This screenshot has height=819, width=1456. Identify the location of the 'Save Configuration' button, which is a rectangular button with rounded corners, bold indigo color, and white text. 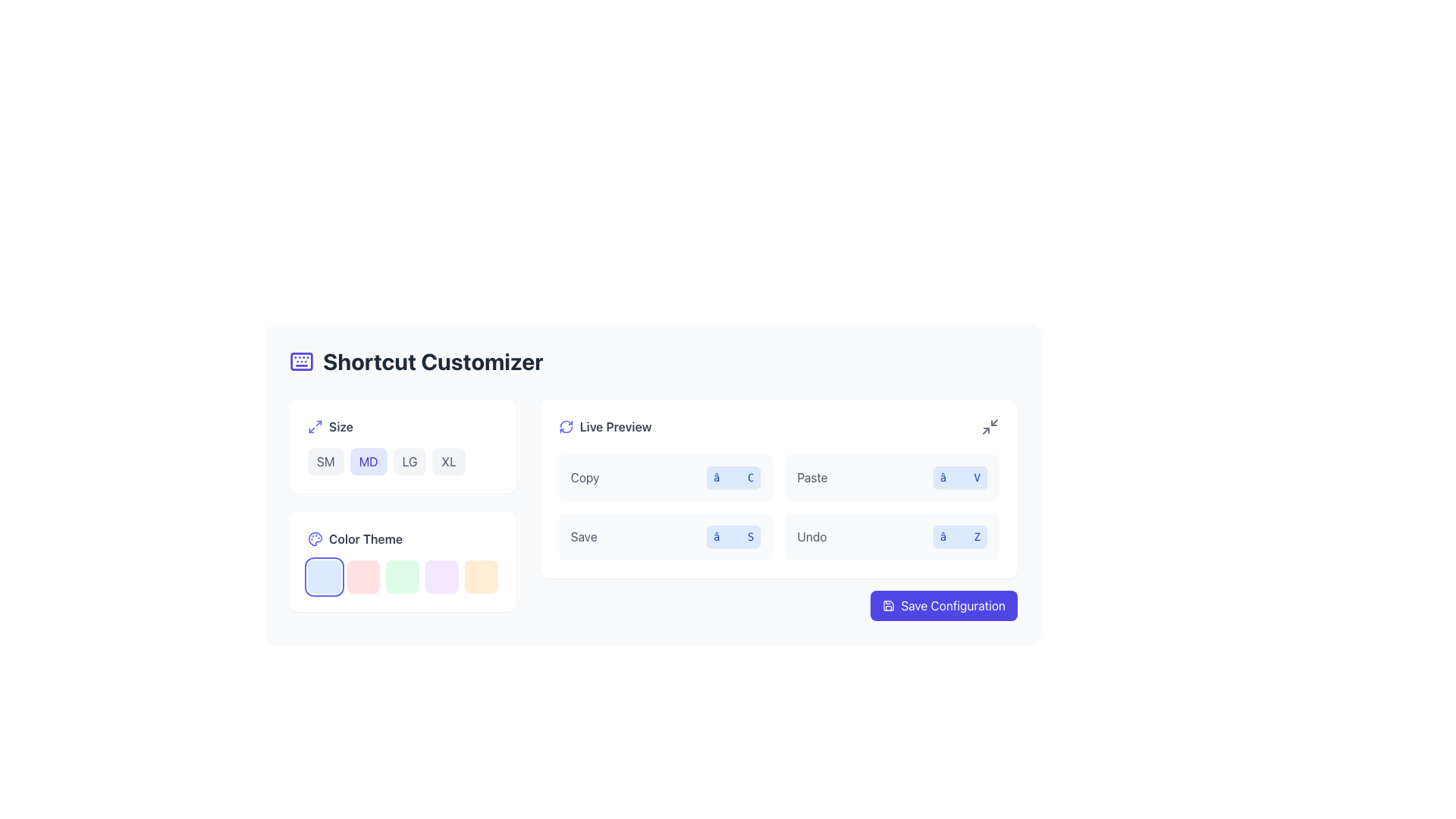
(943, 604).